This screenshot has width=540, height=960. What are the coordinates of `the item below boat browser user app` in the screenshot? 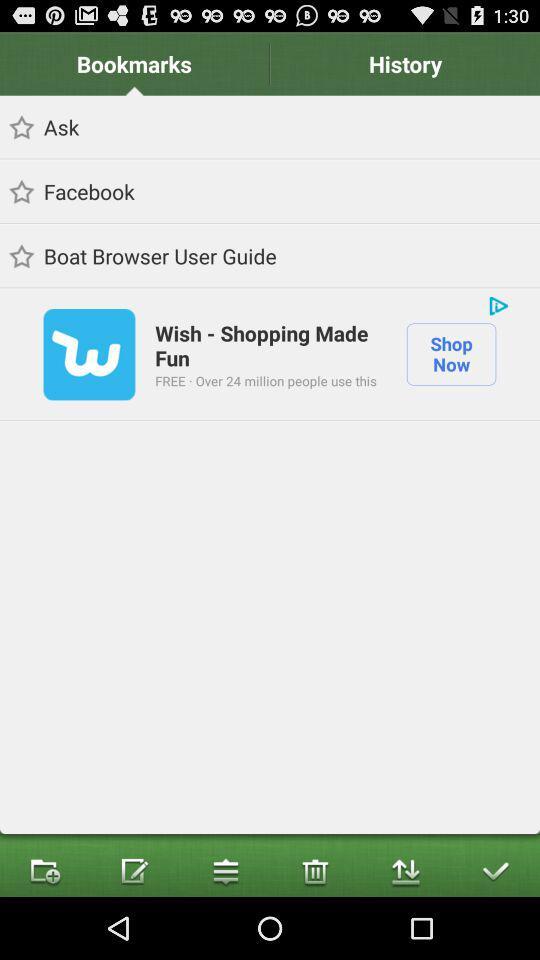 It's located at (497, 305).